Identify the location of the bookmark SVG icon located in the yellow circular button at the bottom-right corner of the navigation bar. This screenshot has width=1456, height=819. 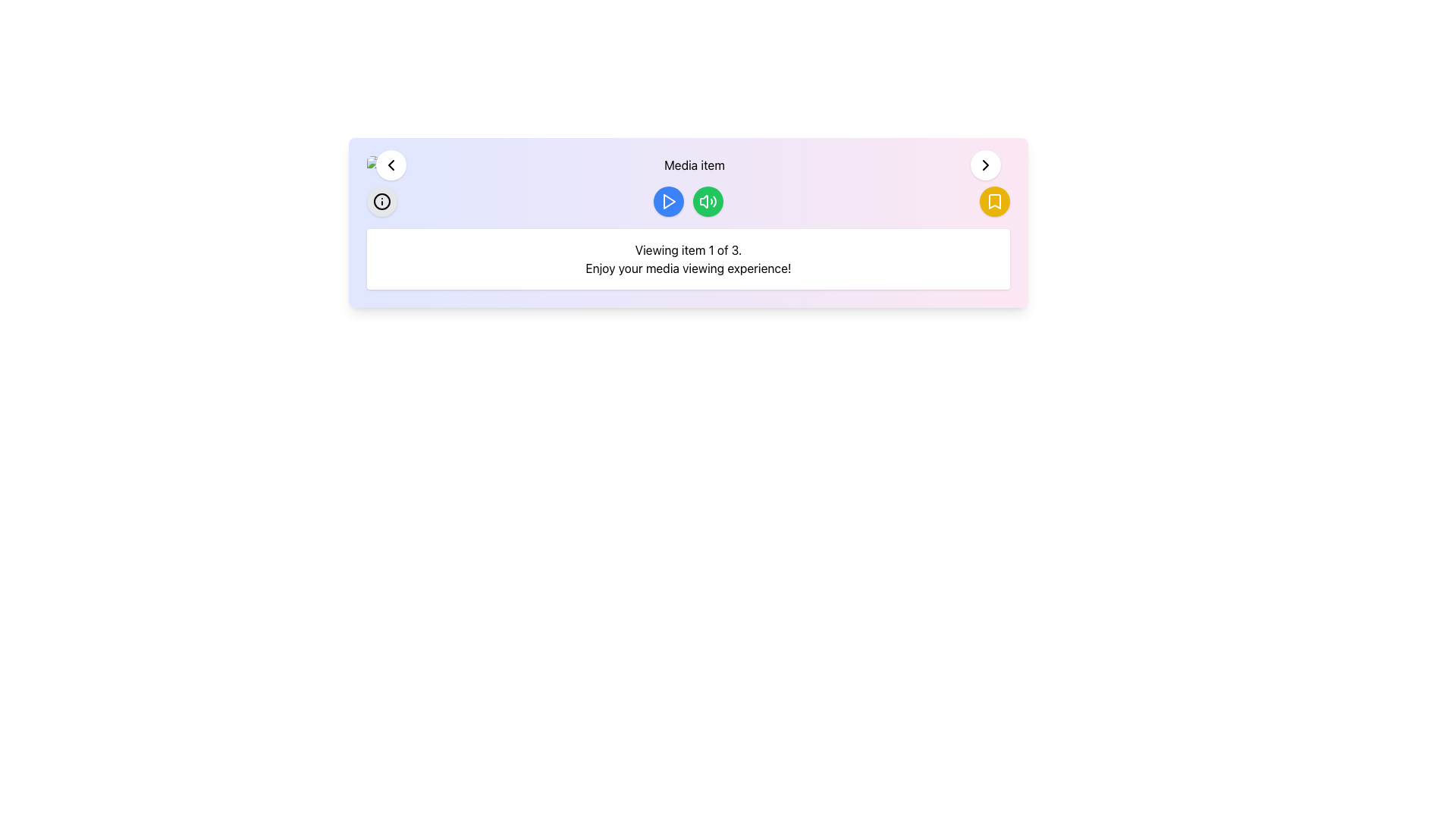
(994, 201).